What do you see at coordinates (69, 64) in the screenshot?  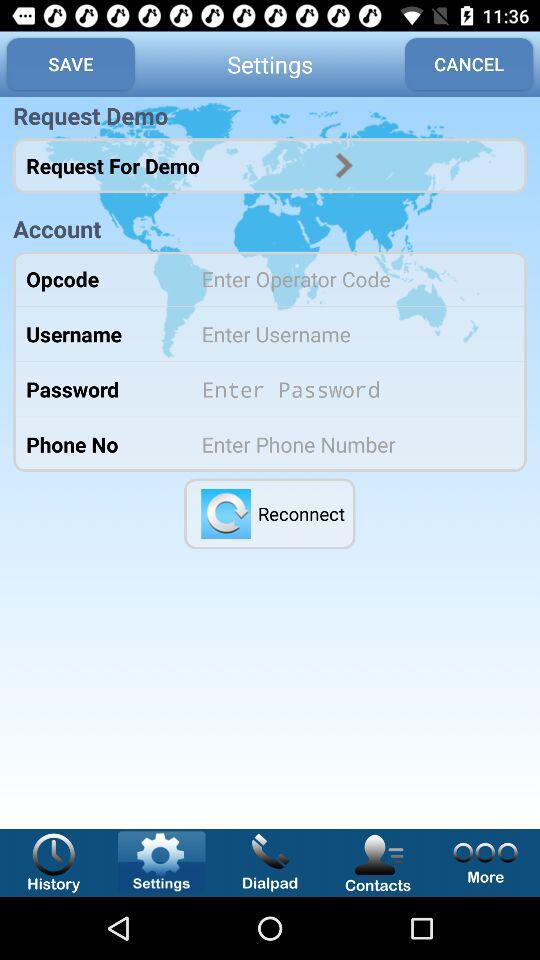 I see `the icon next to settings` at bounding box center [69, 64].